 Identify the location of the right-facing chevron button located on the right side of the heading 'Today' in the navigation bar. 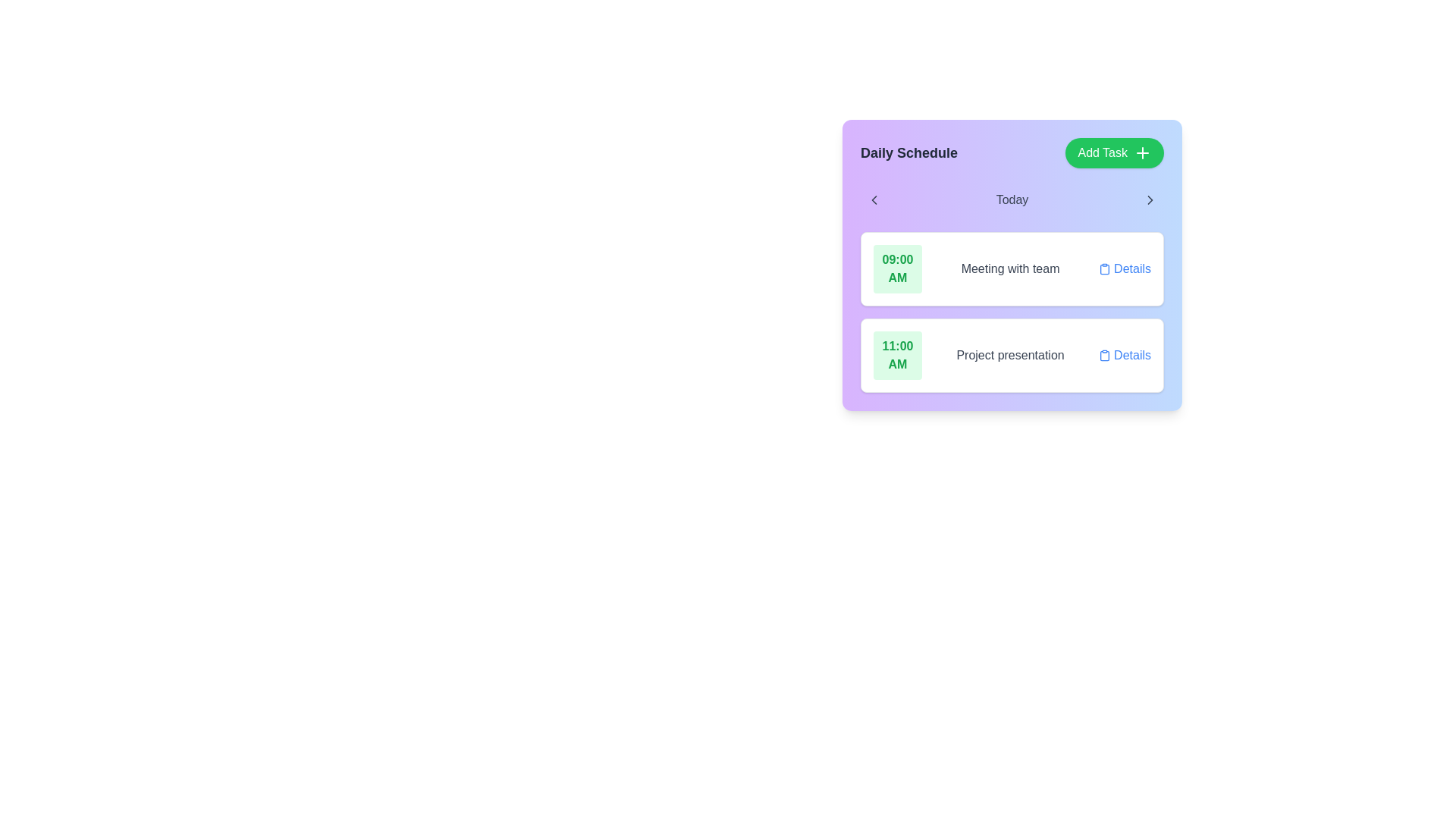
(1150, 199).